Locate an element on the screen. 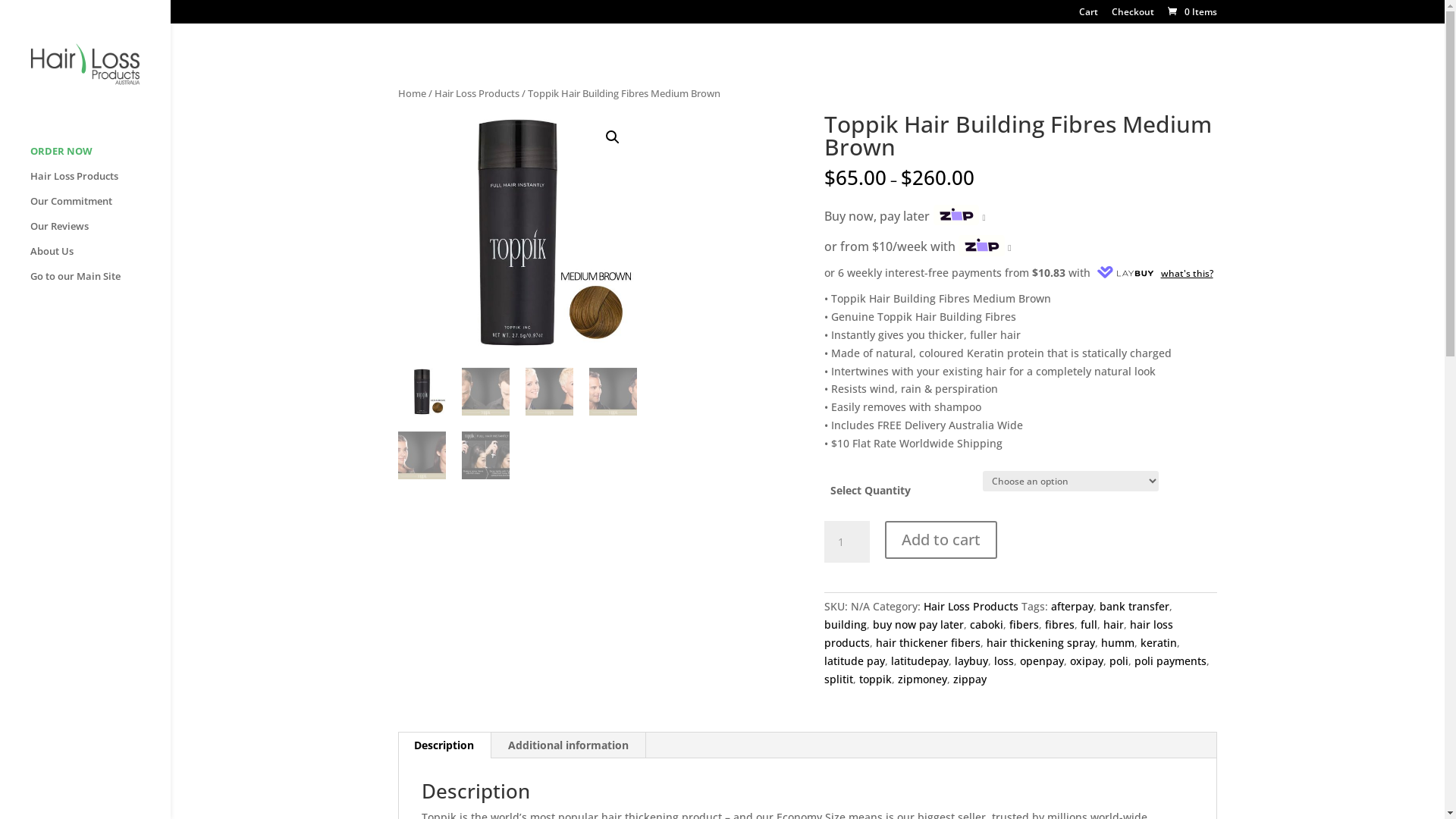  'Our Reviews' is located at coordinates (99, 233).